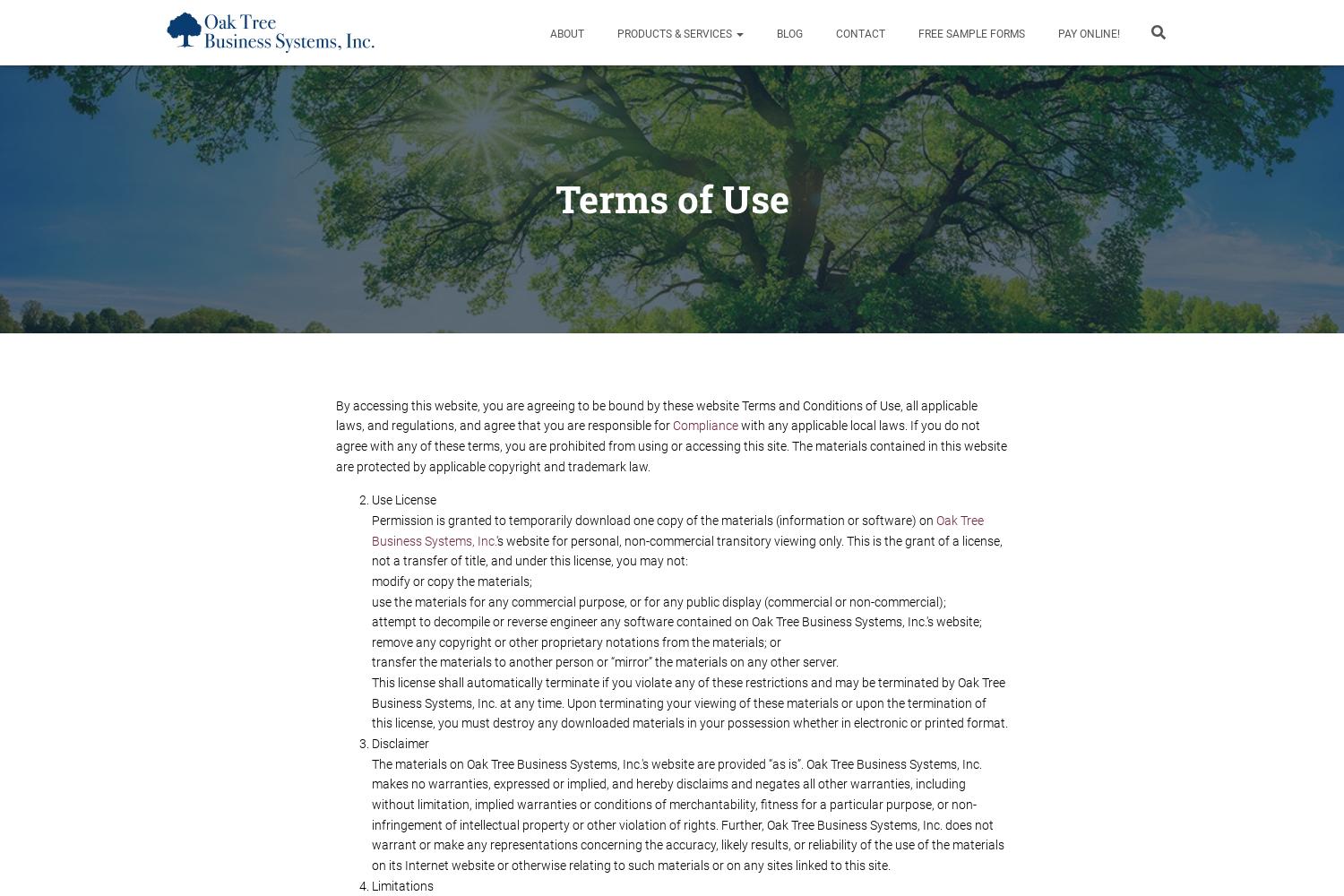 The height and width of the screenshot is (896, 1344). Describe the element at coordinates (688, 814) in the screenshot. I see `'The materials on Oak Tree Business Systems, Inc.'s website are provided “as is”. Oak Tree Business Systems, Inc. makes no warranties, expressed or implied, and hereby disclaims and negates all other warranties, including without limitation, implied warranties or conditions of merchantability, fitness for a particular purpose, or non-infringement of intellectual property or other violation of rights. Further, Oak Tree Business Systems, Inc. does not warrant or make any representations concerning the accuracy, likely results, or reliability of the use of the materials on its Internet website or otherwise relating to such materials or on any sites linked to this site.'` at that location.